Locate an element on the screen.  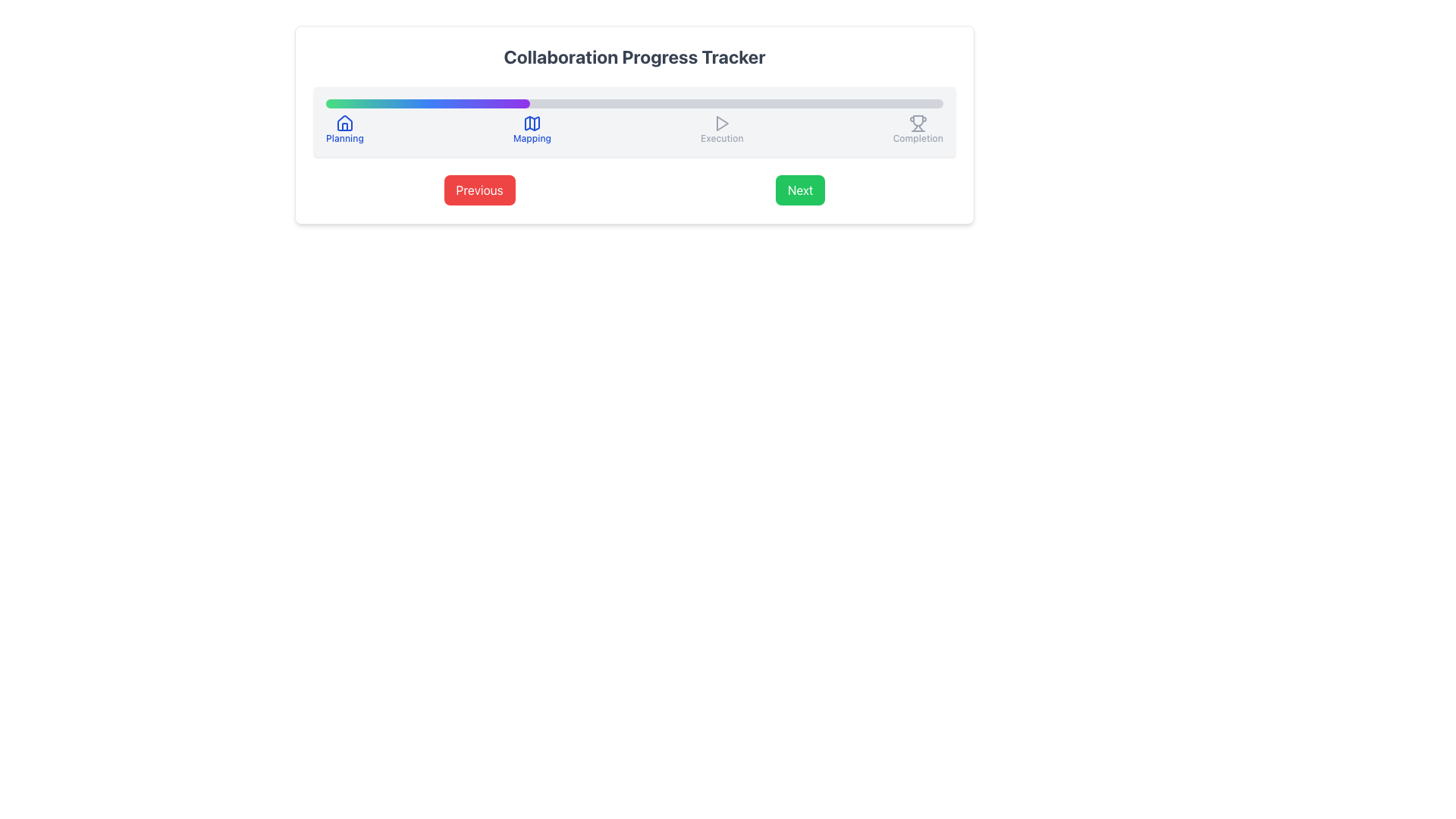
the current progress visually on the Progress Tracker Bar located within the 'Collaboration Progress Tracker' box is located at coordinates (634, 121).